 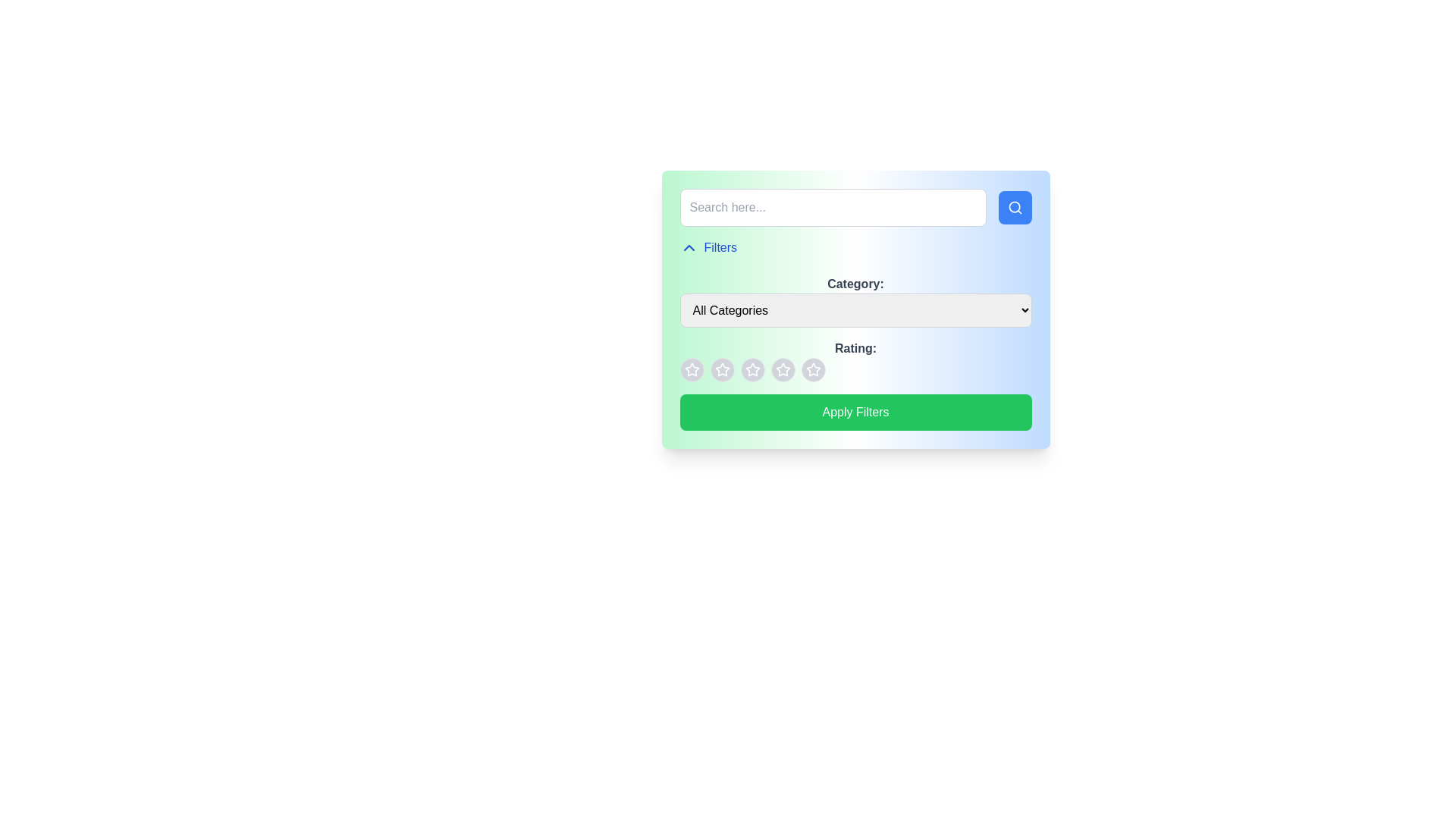 What do you see at coordinates (783, 370) in the screenshot?
I see `the third star in the five-star rating system` at bounding box center [783, 370].